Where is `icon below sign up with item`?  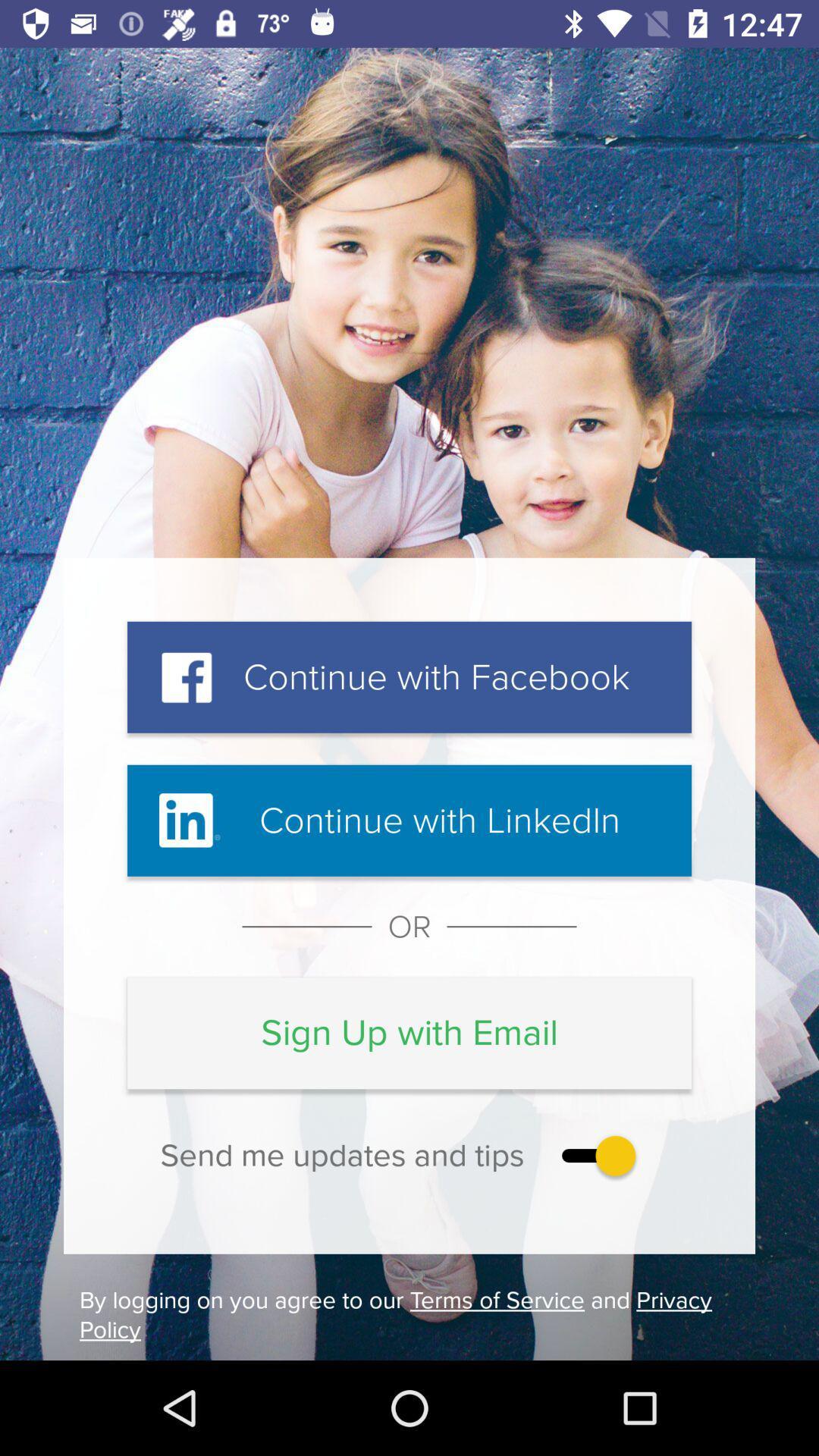
icon below sign up with item is located at coordinates (595, 1155).